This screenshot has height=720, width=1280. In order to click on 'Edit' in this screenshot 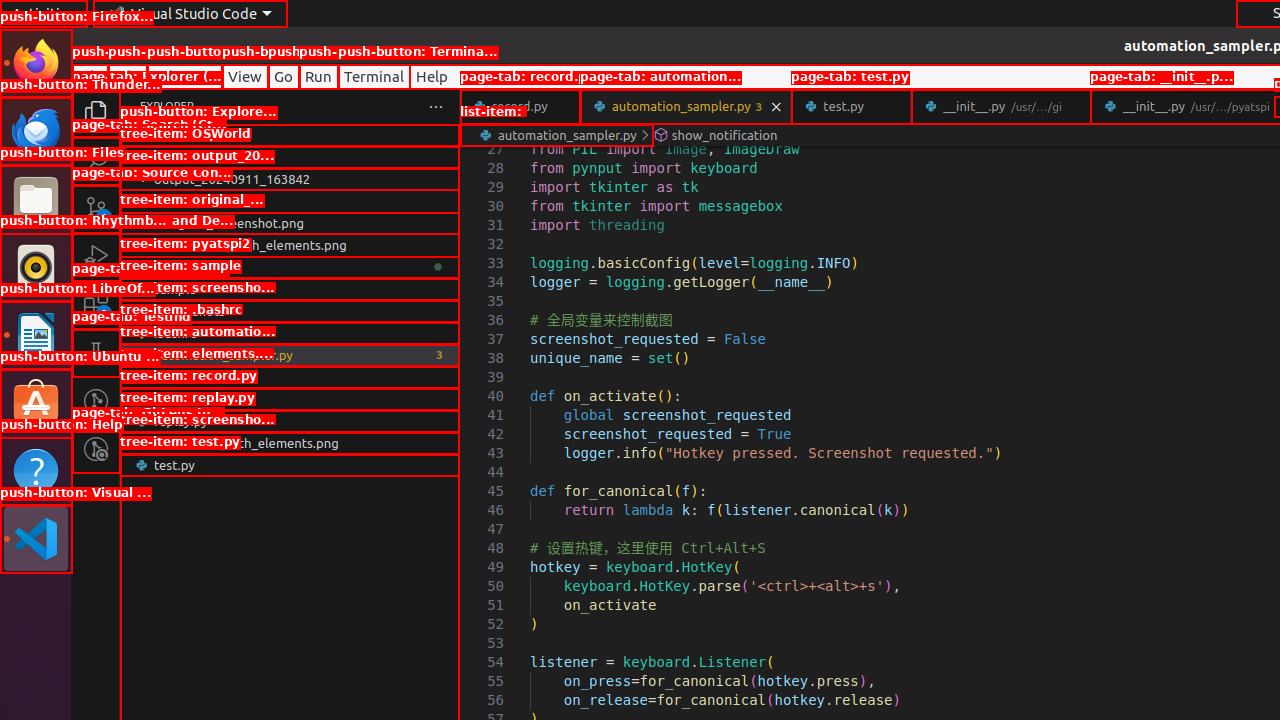, I will do `click(126, 75)`.